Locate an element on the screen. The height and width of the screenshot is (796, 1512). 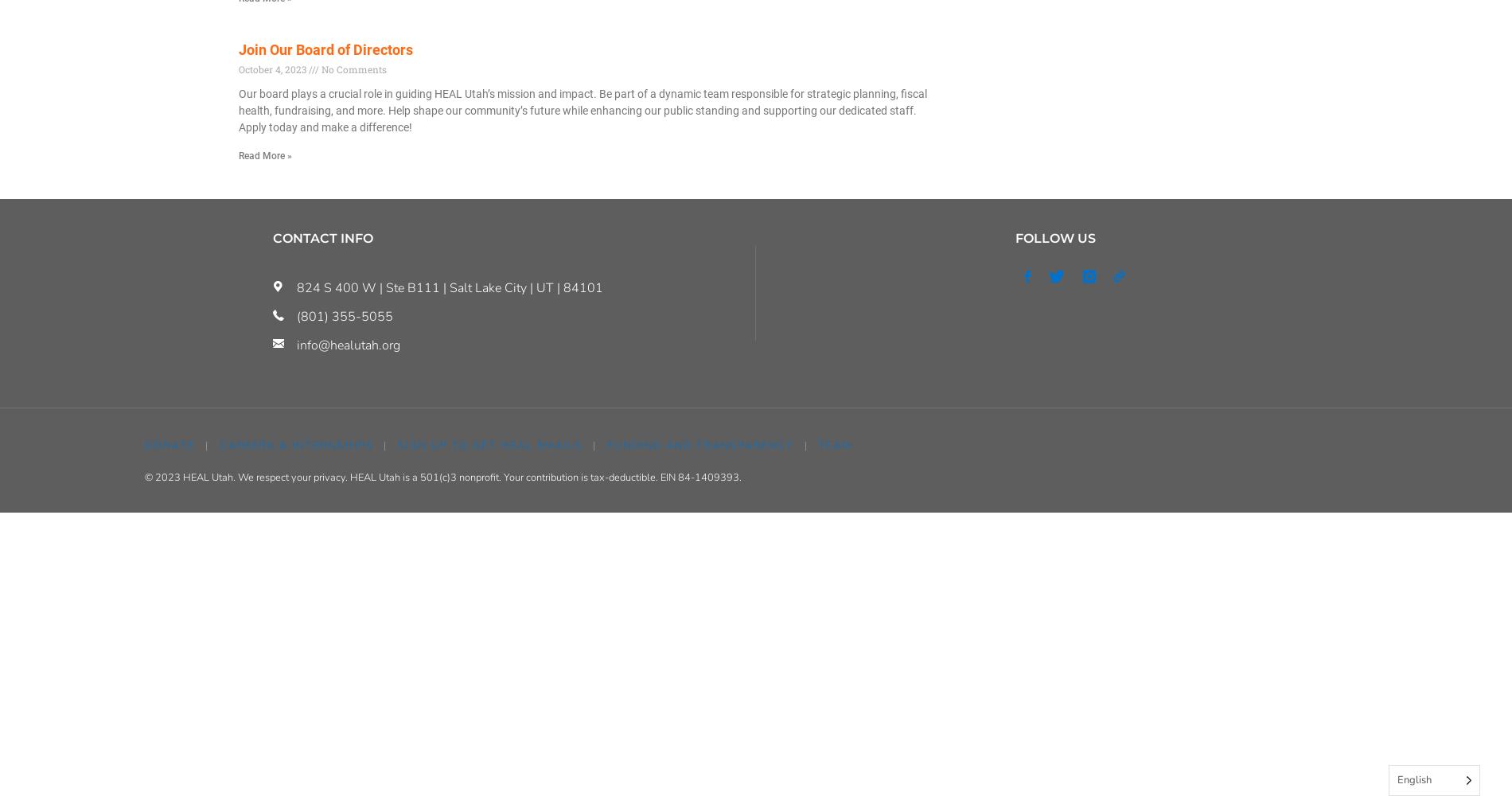
'Our board plays a crucial role in guiding HEAL Utah’s mission and impact. Be part of a dynamic team responsible for strategic planning, fiscal health, fundraising, and more. Help shape our community’s future while enhancing our public standing and supporting our dedicated staff. Apply today and make a difference!' is located at coordinates (582, 111).